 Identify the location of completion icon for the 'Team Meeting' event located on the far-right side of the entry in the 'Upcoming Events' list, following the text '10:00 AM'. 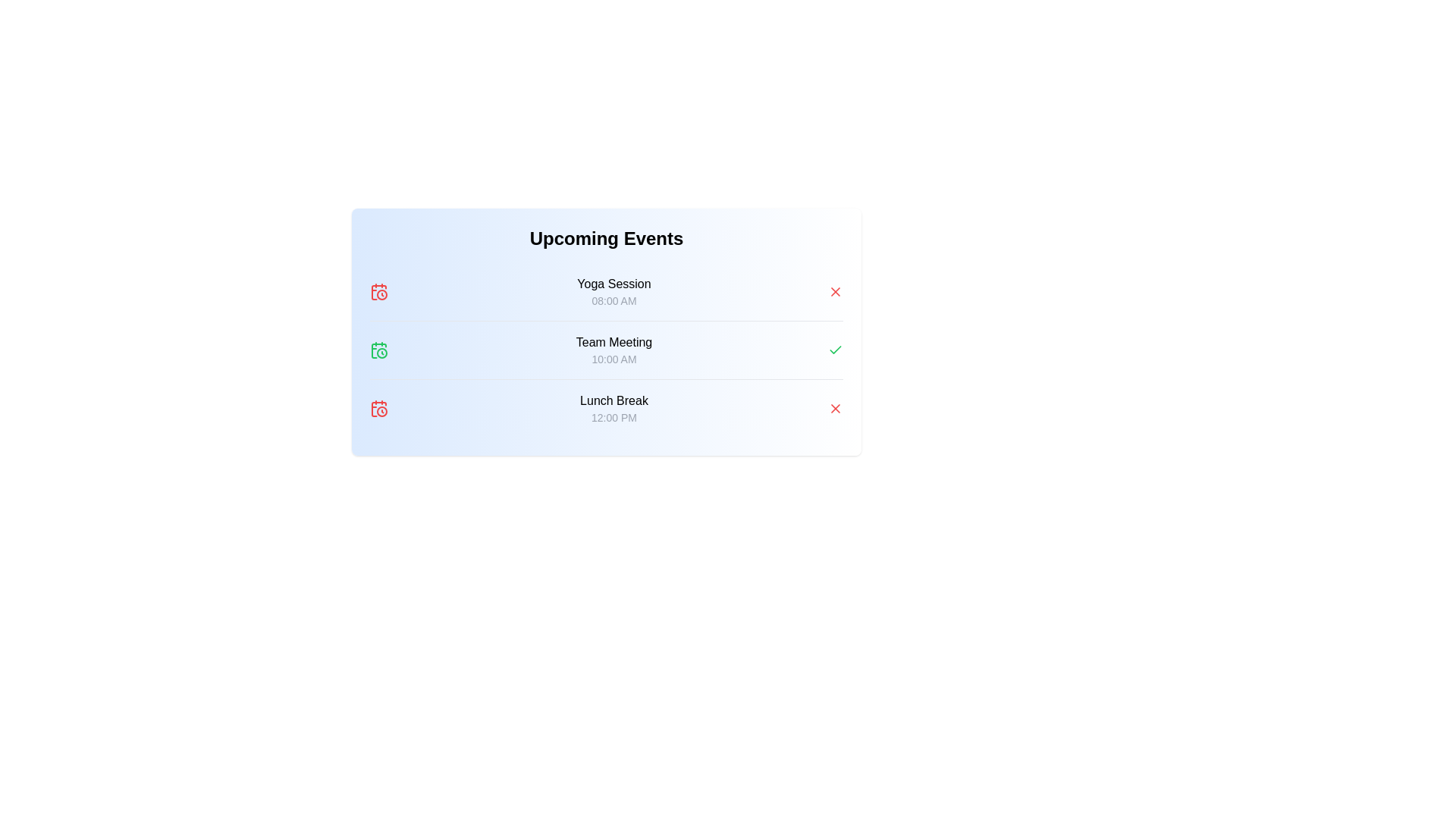
(835, 350).